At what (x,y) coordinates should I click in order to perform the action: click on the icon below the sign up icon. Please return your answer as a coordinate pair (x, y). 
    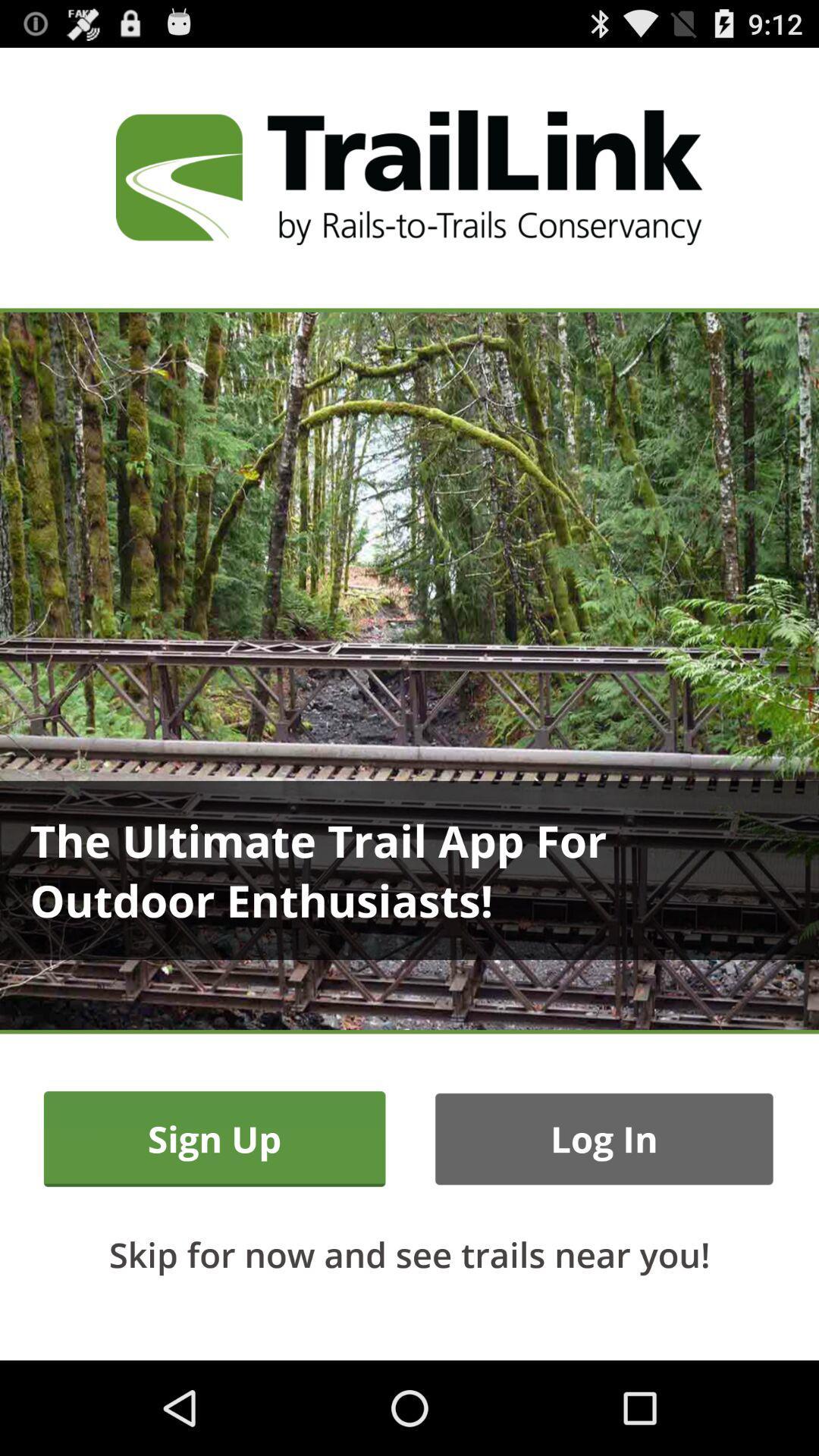
    Looking at the image, I should click on (409, 1254).